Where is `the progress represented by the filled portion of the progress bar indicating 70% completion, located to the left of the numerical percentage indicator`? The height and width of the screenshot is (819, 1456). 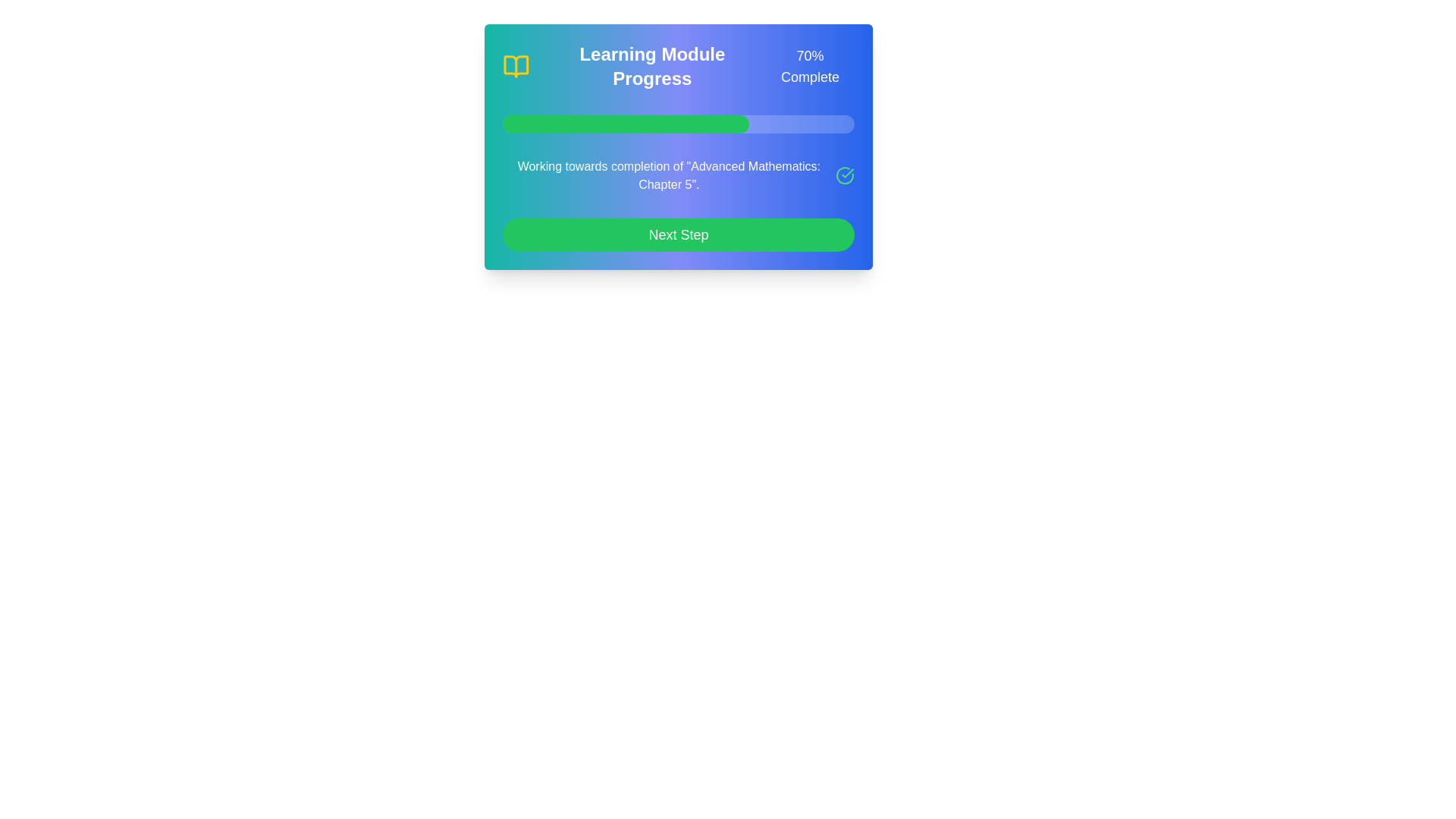
the progress represented by the filled portion of the progress bar indicating 70% completion, located to the left of the numerical percentage indicator is located at coordinates (626, 124).